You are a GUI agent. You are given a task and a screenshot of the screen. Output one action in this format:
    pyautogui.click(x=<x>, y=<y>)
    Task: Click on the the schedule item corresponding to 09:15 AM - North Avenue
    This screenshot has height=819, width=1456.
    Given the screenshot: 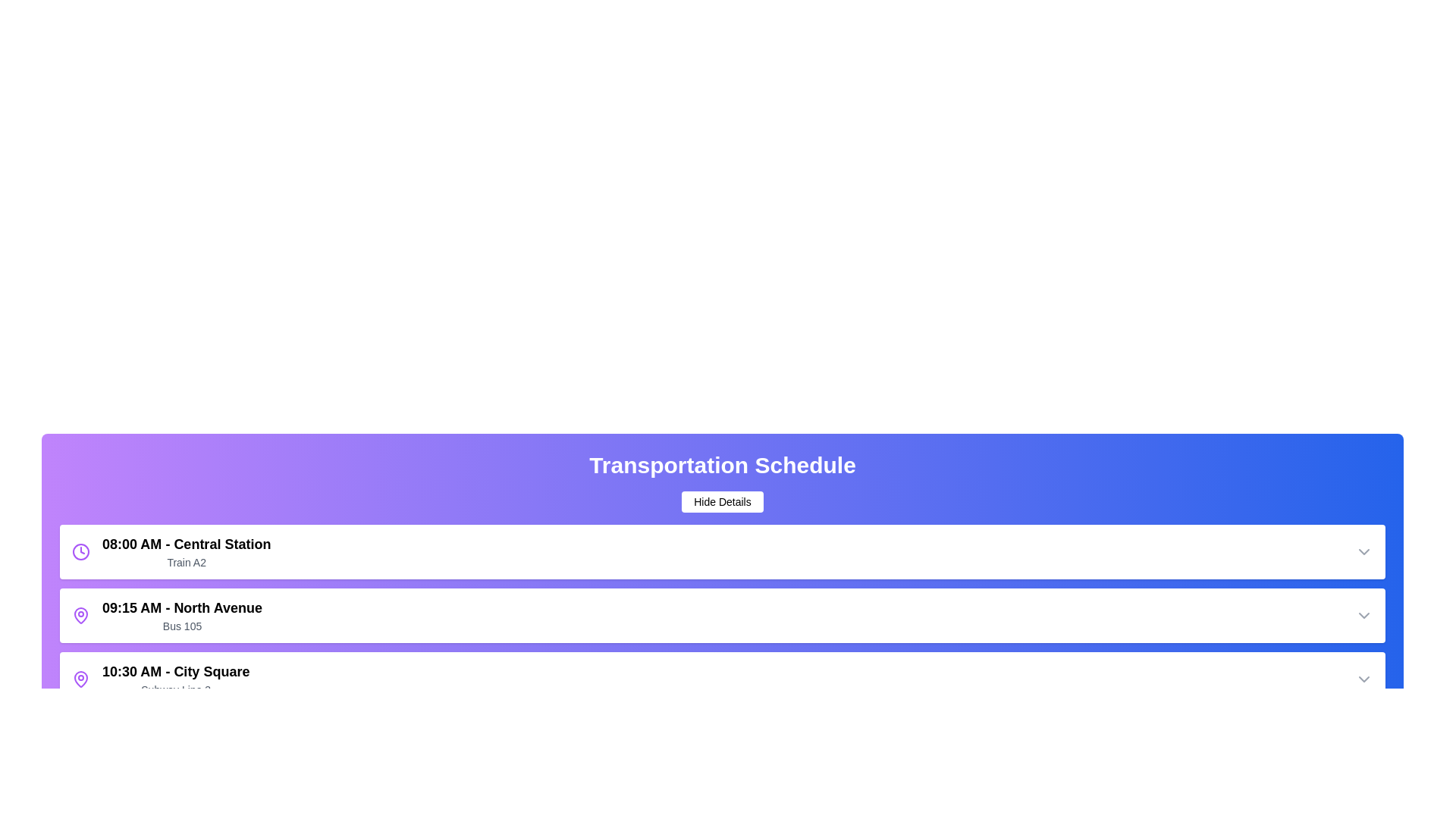 What is the action you would take?
    pyautogui.click(x=722, y=616)
    